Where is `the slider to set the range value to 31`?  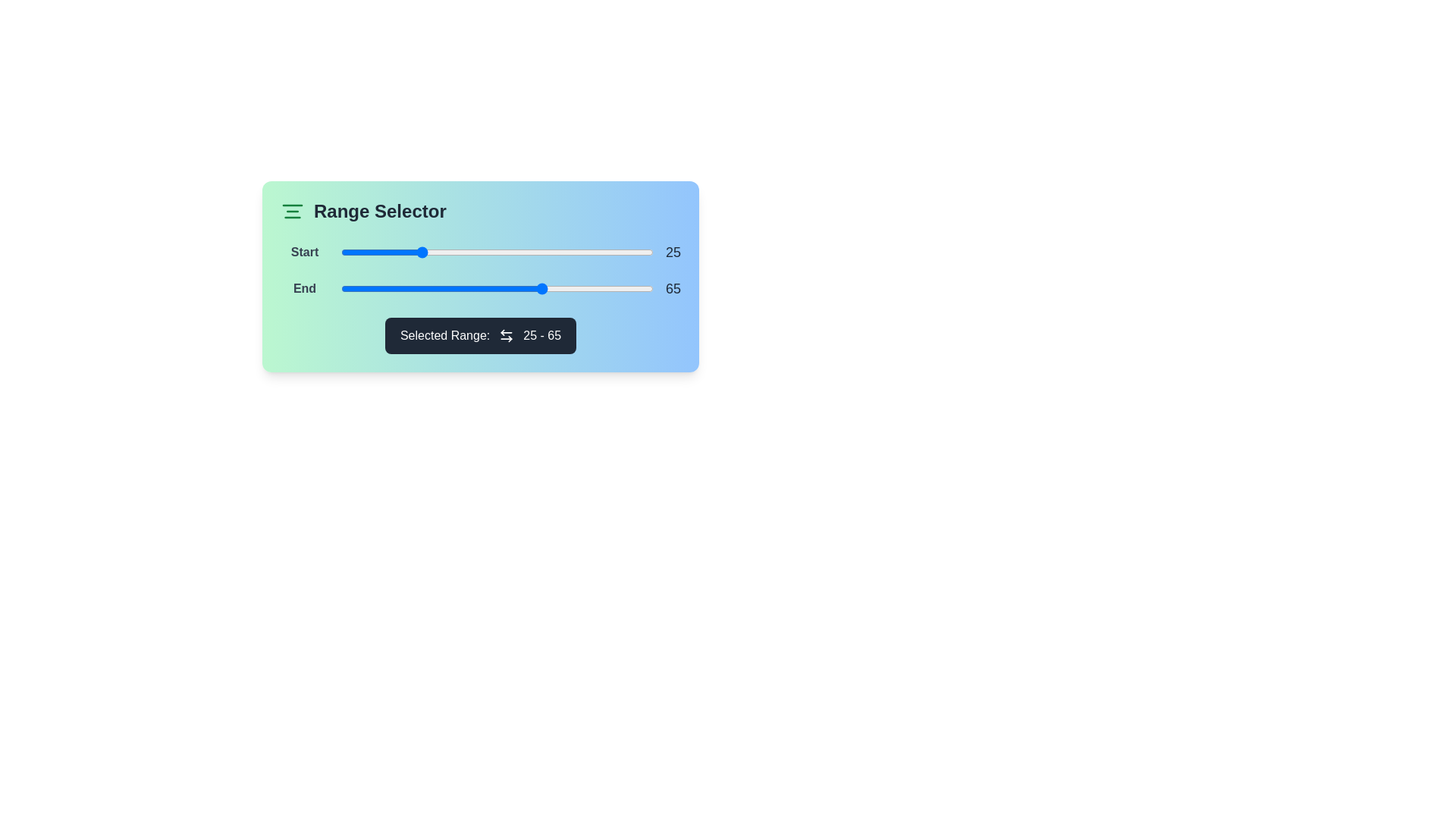 the slider to set the range value to 31 is located at coordinates (437, 251).